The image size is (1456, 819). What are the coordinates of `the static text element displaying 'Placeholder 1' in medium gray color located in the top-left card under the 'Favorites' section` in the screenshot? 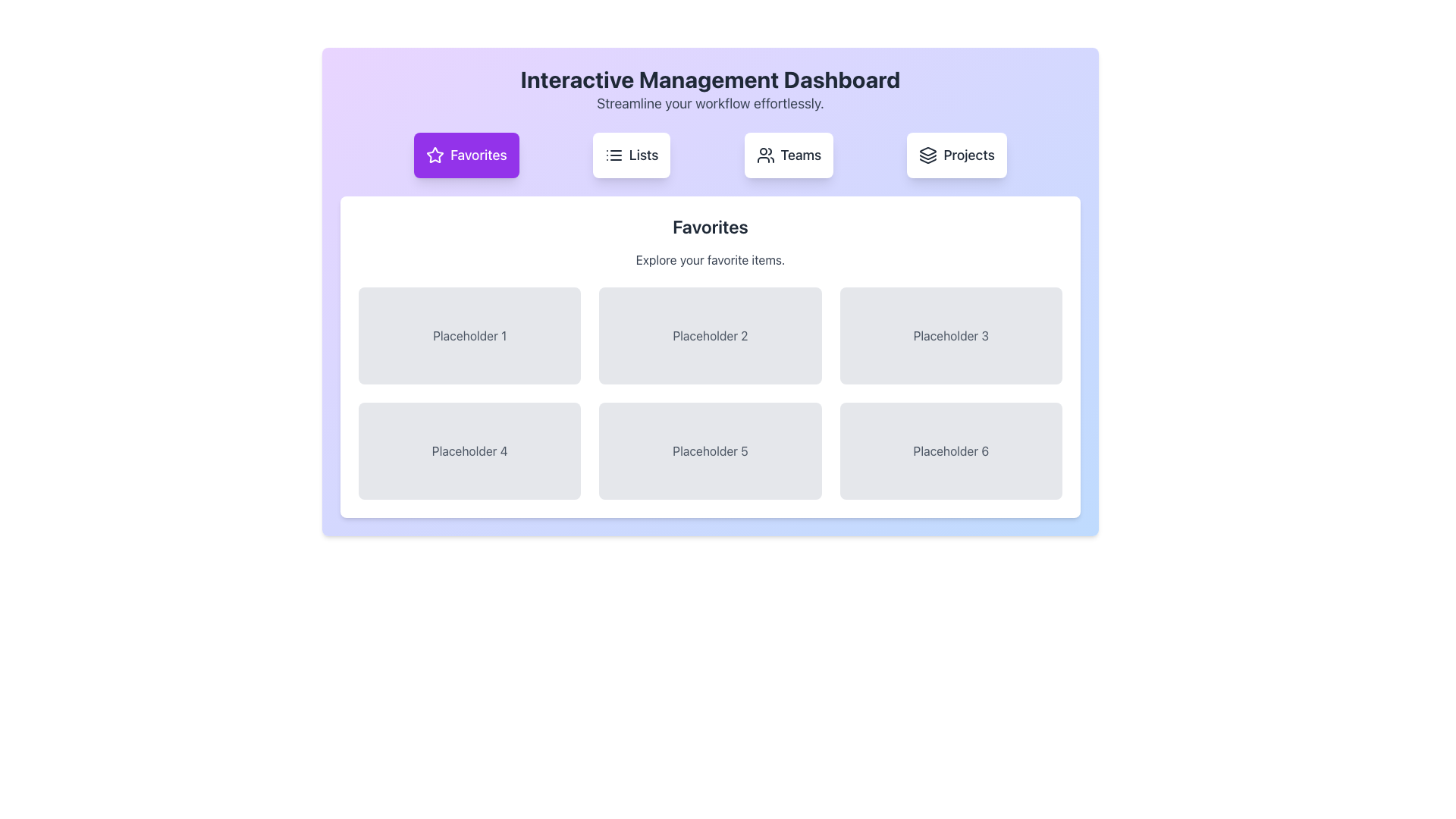 It's located at (469, 335).